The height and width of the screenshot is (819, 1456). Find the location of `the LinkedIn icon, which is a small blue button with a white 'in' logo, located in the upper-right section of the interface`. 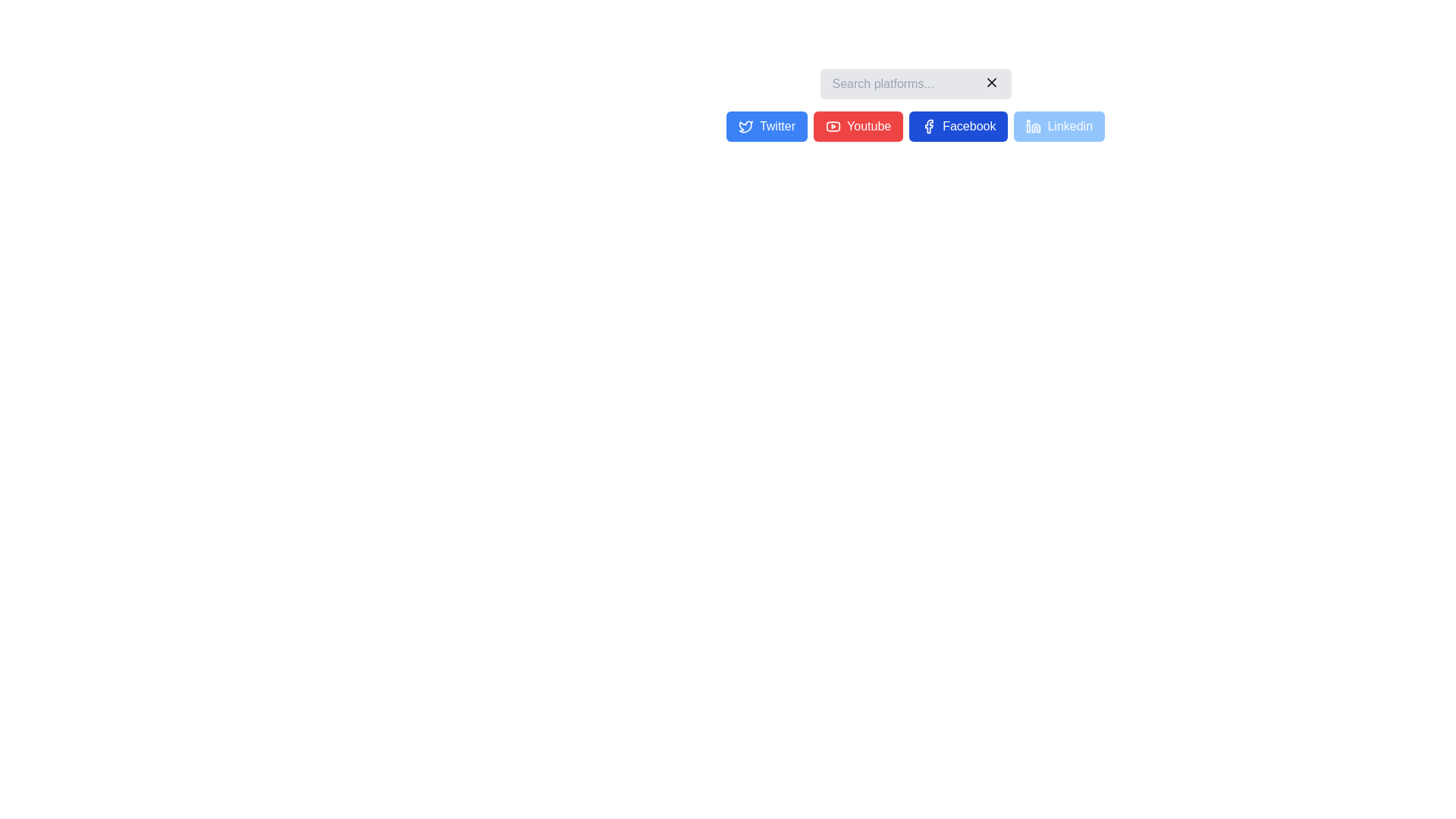

the LinkedIn icon, which is a small blue button with a white 'in' logo, located in the upper-right section of the interface is located at coordinates (1033, 125).